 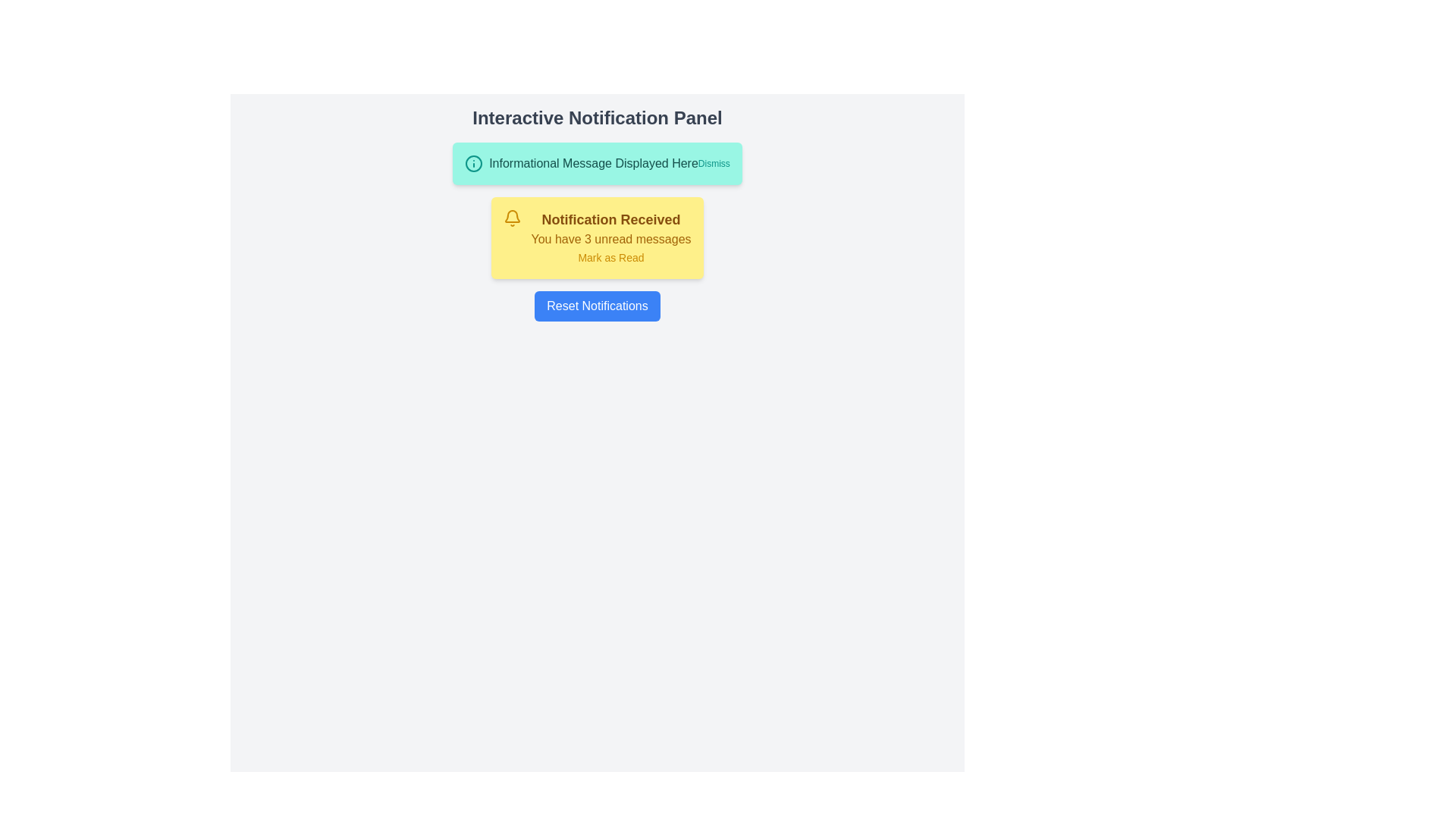 What do you see at coordinates (513, 216) in the screenshot?
I see `the bell-shaped notification icon, which is contained within a yellow notification box and positioned in the upper-middle section of the box` at bounding box center [513, 216].